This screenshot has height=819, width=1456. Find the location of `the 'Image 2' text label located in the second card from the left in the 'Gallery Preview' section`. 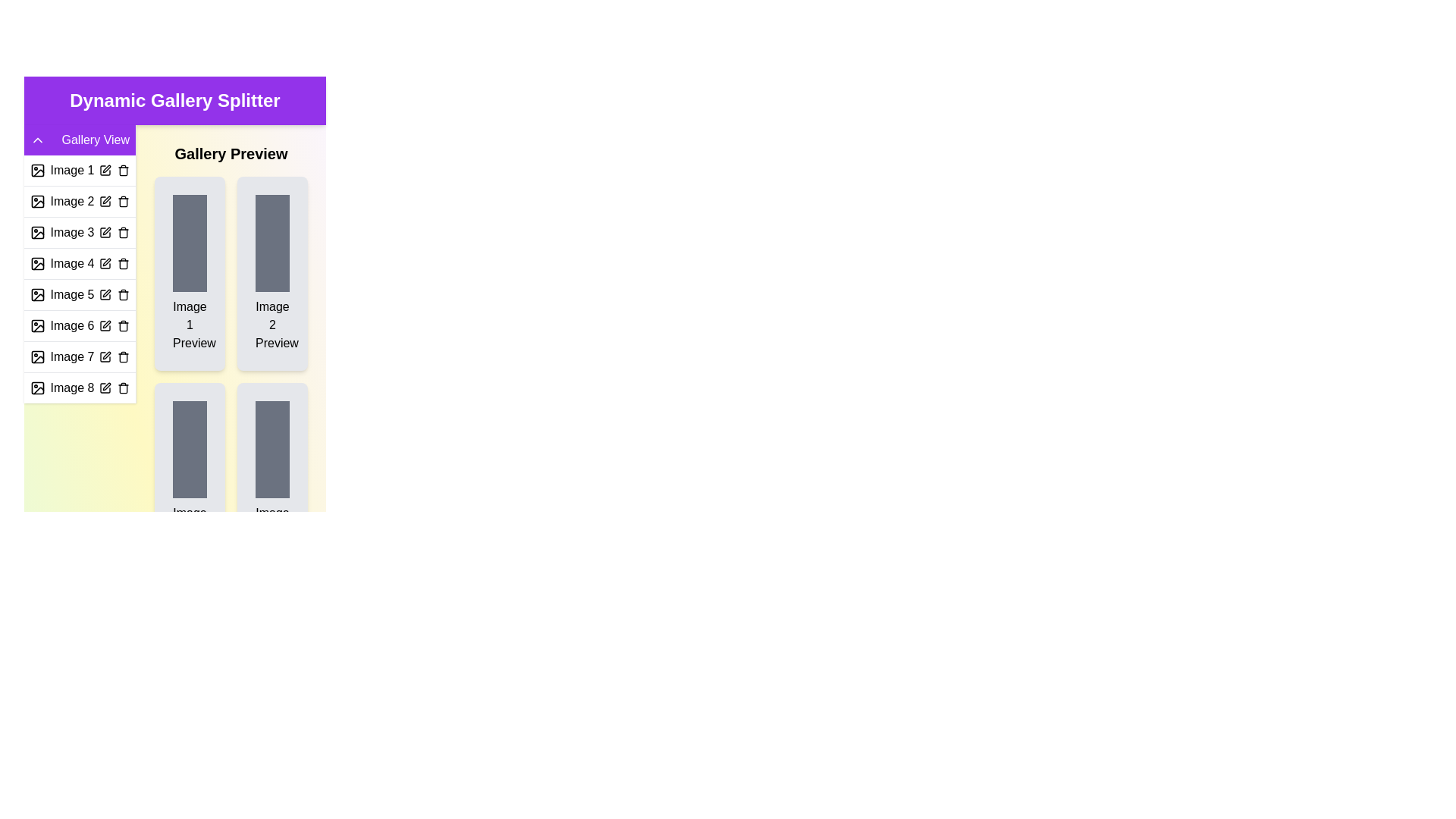

the 'Image 2' text label located in the second card from the left in the 'Gallery Preview' section is located at coordinates (272, 324).